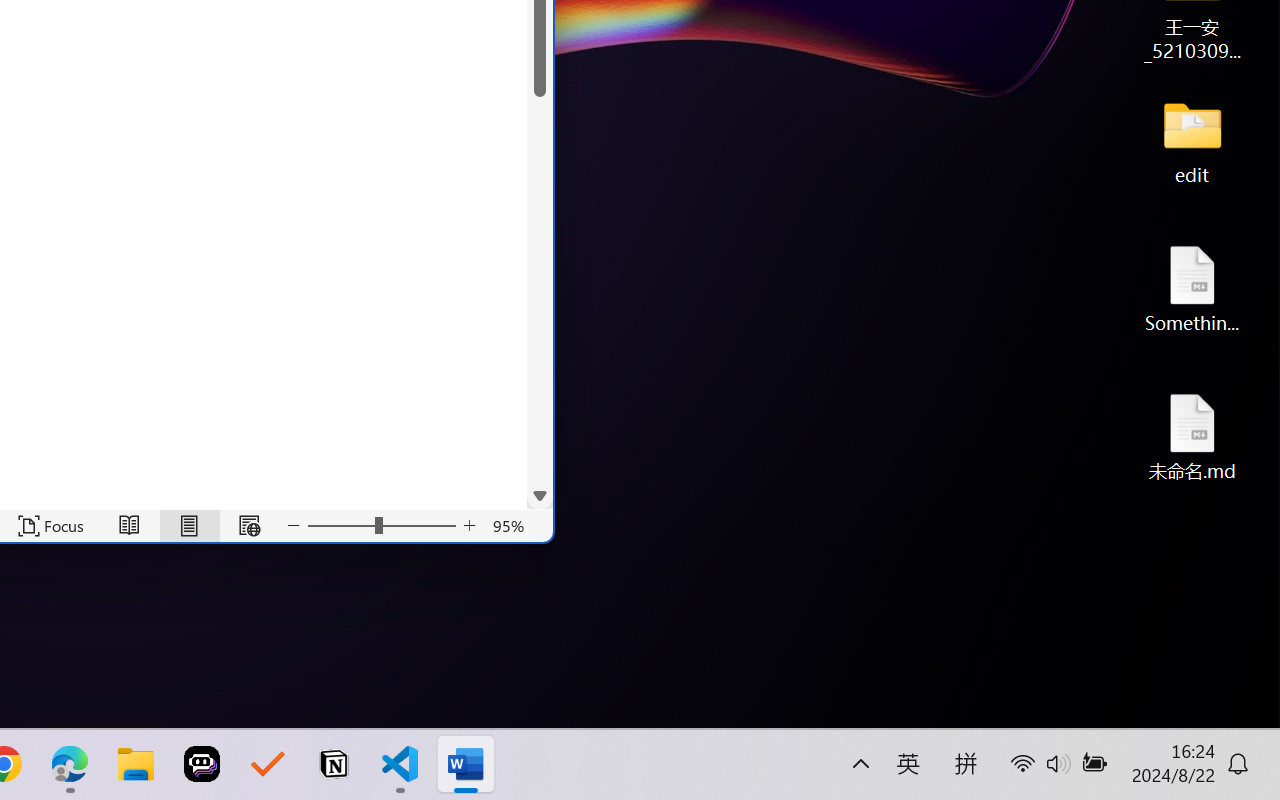  Describe the element at coordinates (202, 764) in the screenshot. I see `'Poe'` at that location.